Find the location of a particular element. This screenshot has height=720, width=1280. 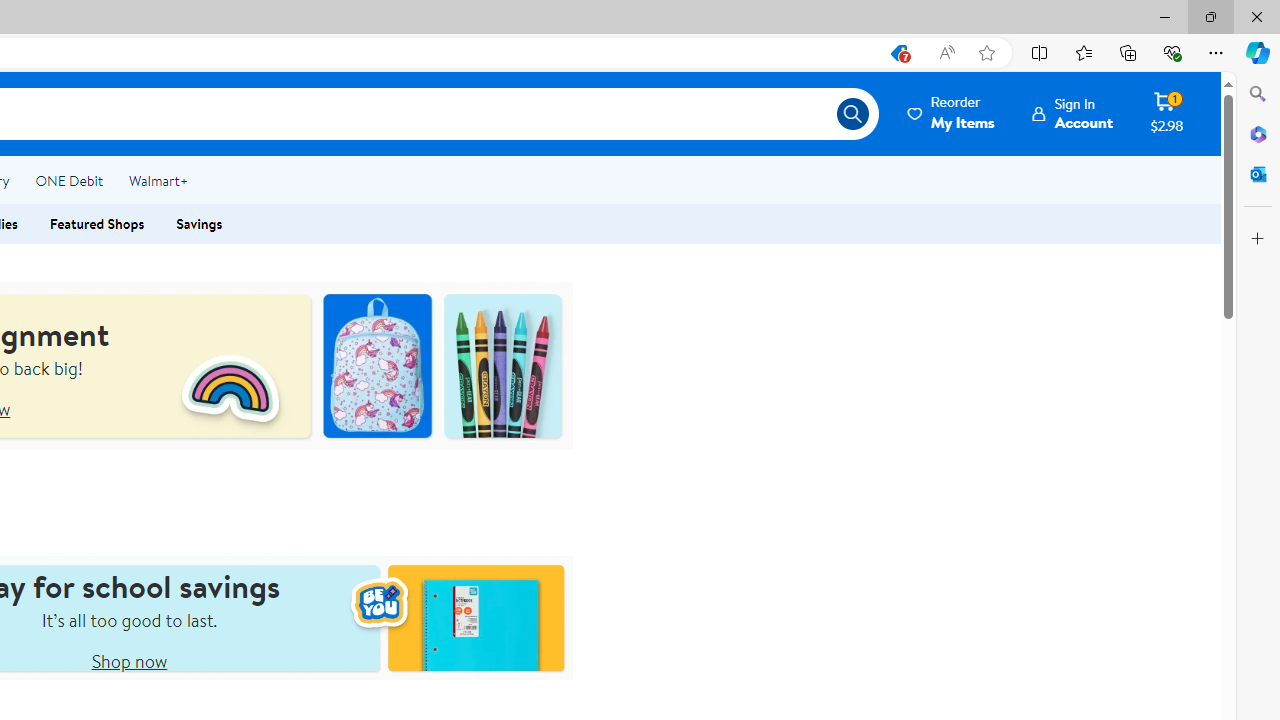

'Featured Shops' is located at coordinates (96, 224).